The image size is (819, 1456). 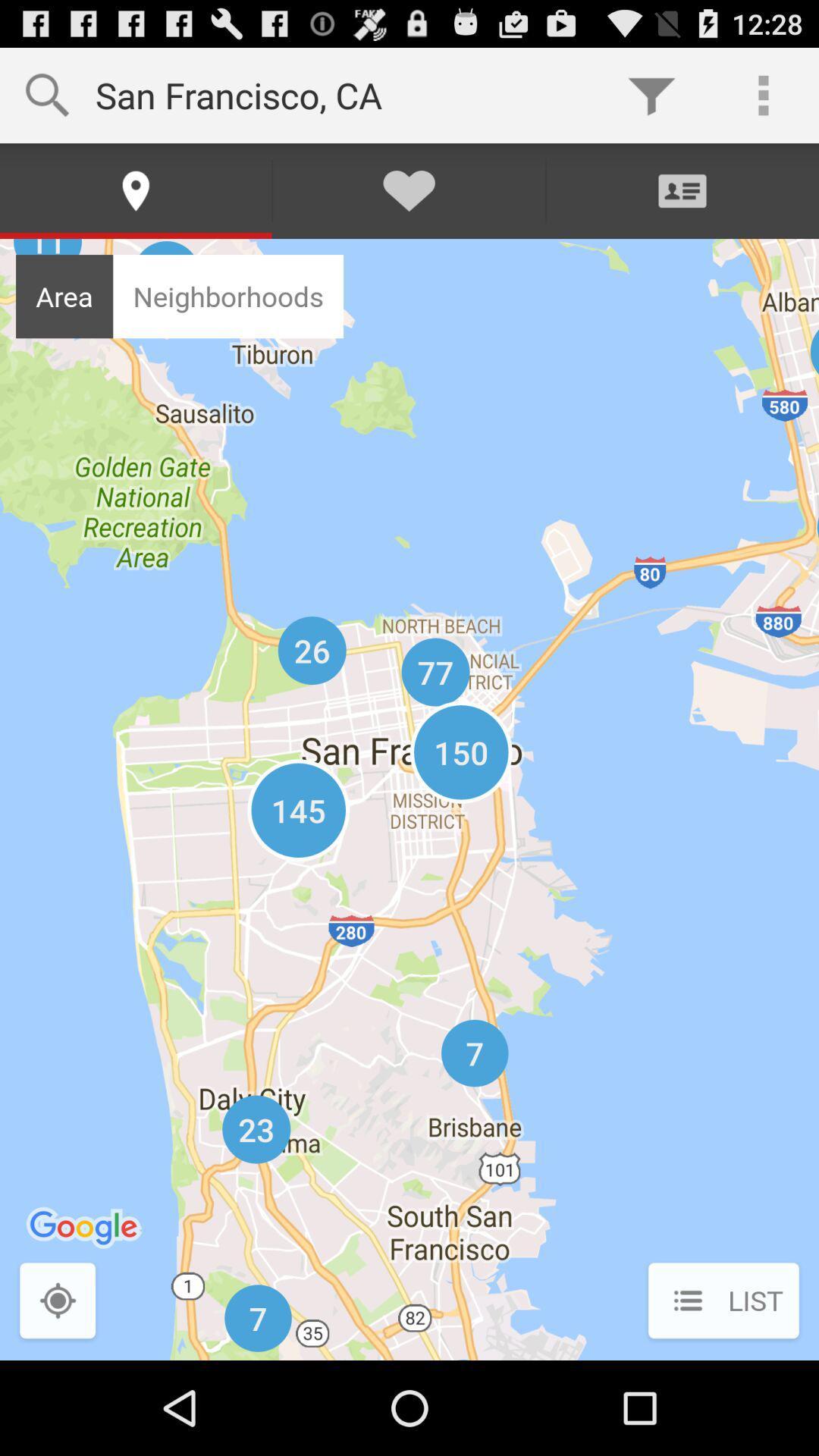 What do you see at coordinates (723, 1301) in the screenshot?
I see `the list icon` at bounding box center [723, 1301].